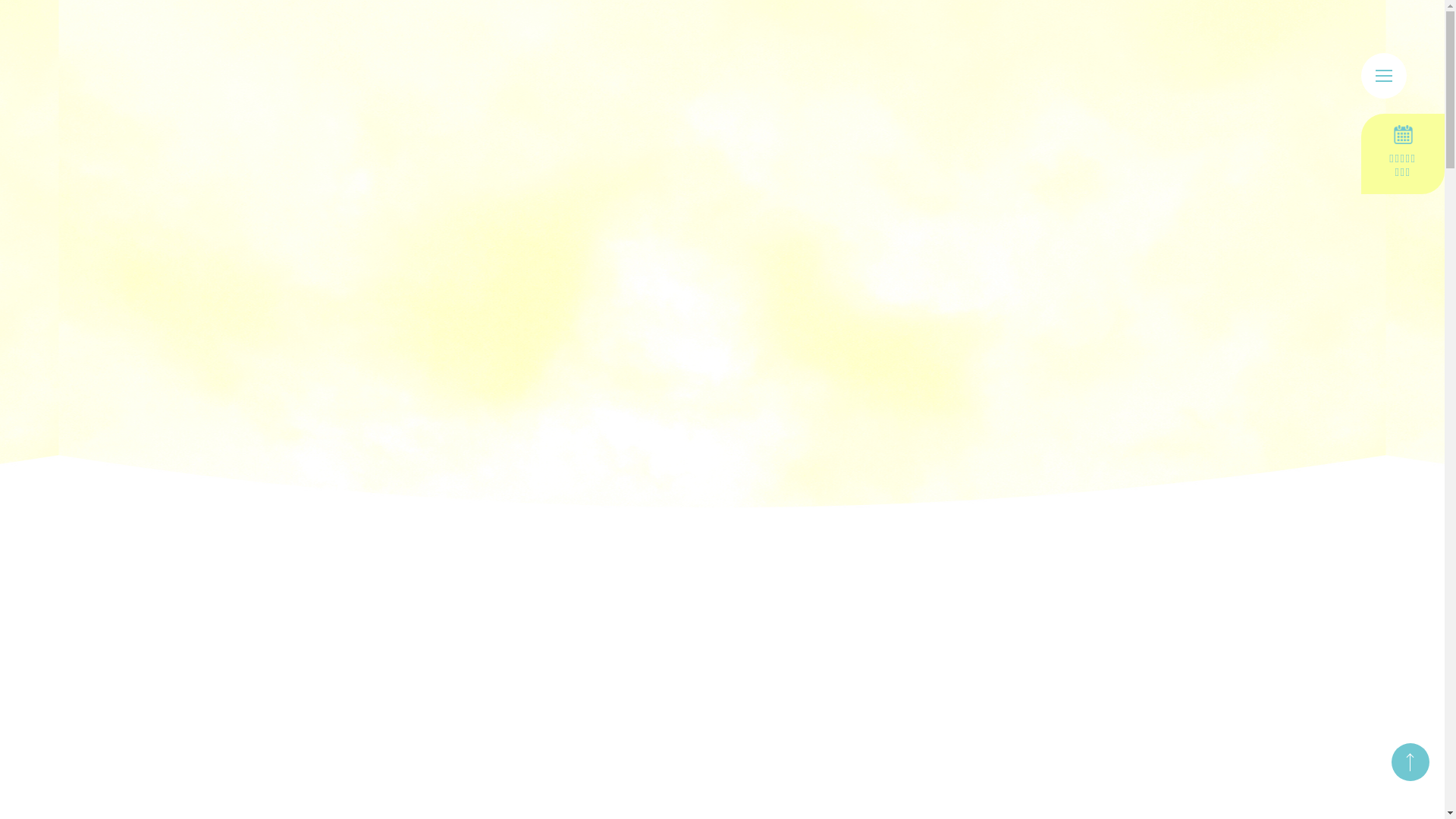  I want to click on 'menu', so click(1383, 76).